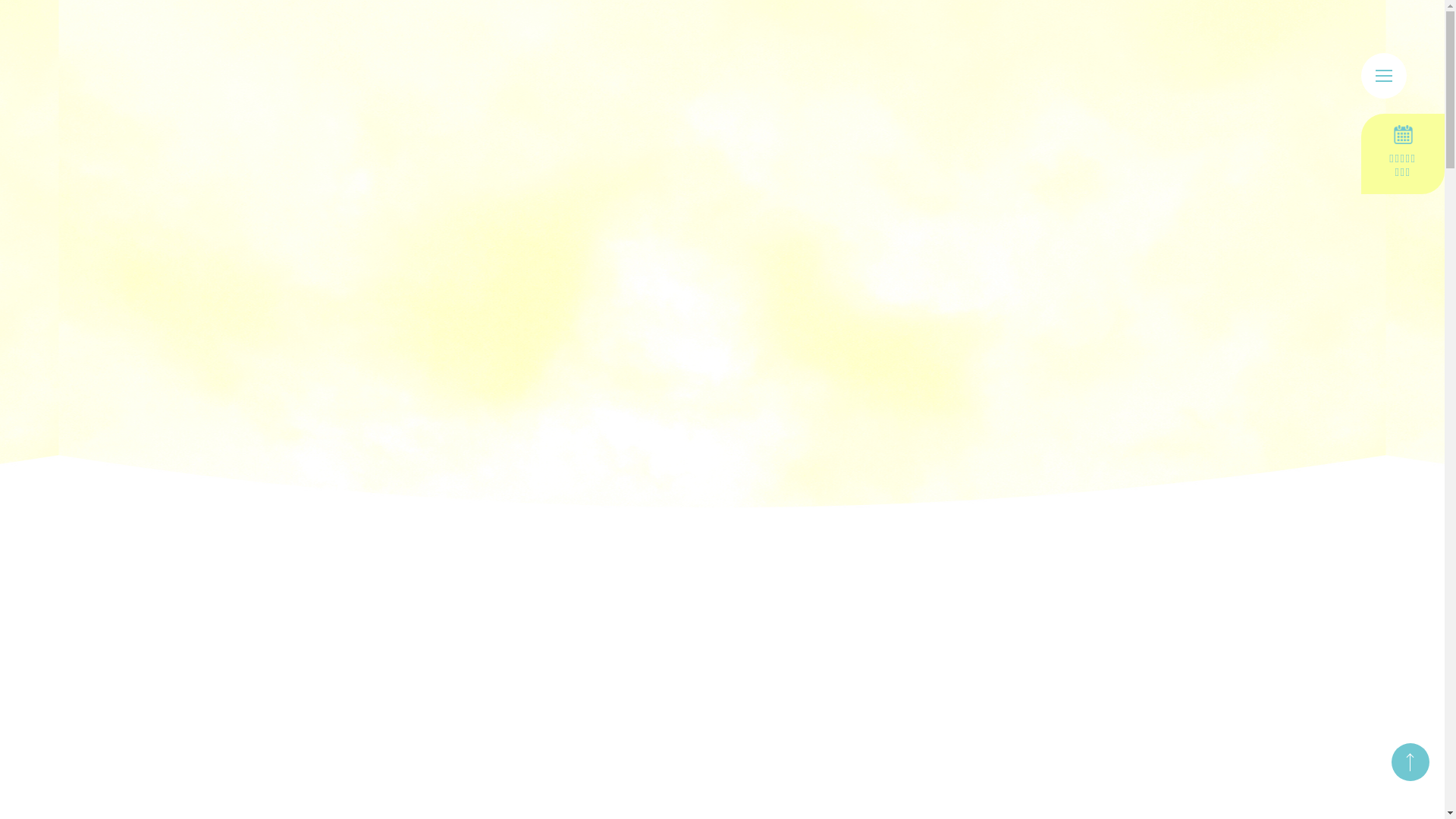  I want to click on 'menu', so click(1383, 76).